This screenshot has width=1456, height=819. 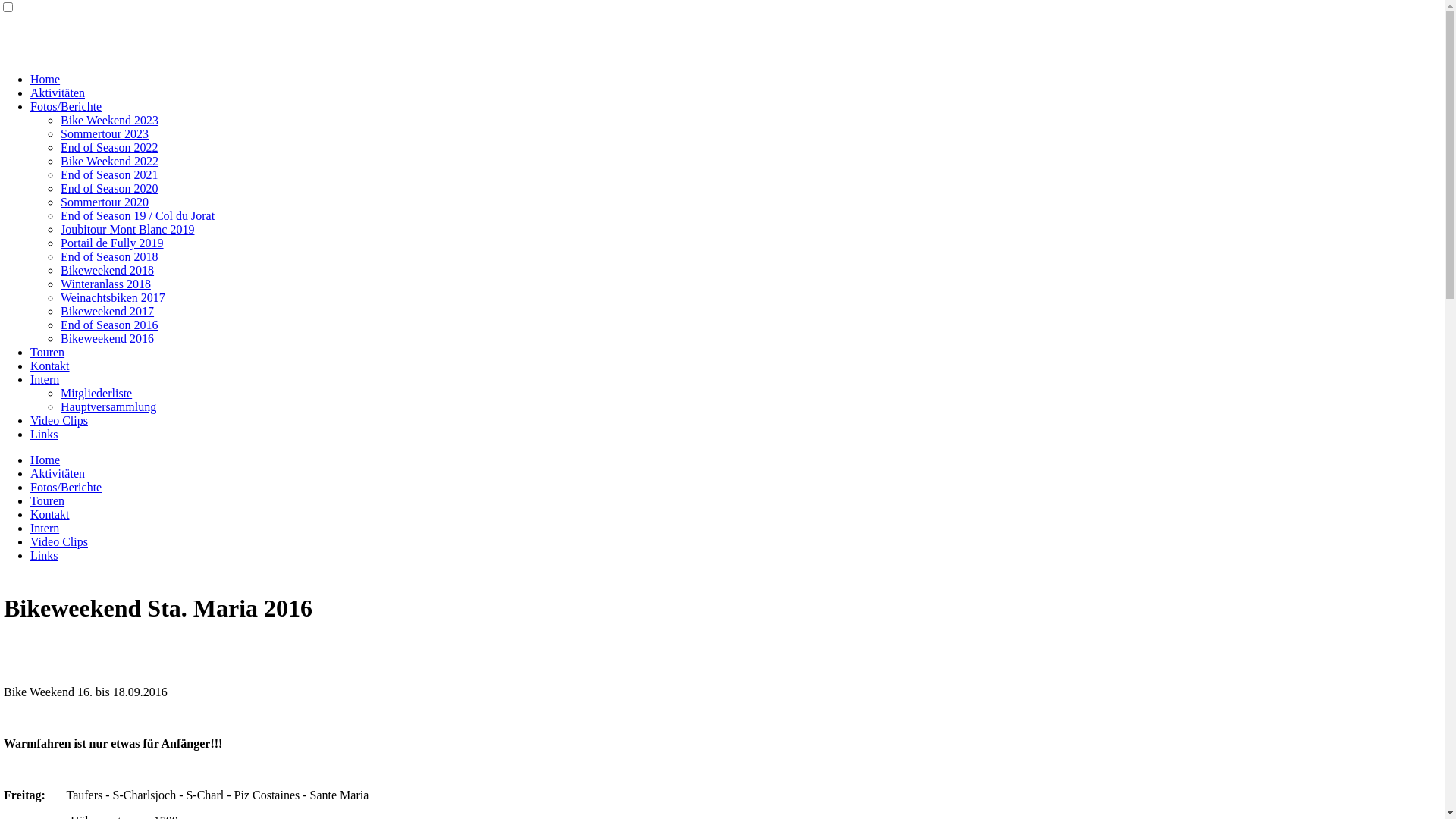 I want to click on 'Sommertour 2023', so click(x=61, y=133).